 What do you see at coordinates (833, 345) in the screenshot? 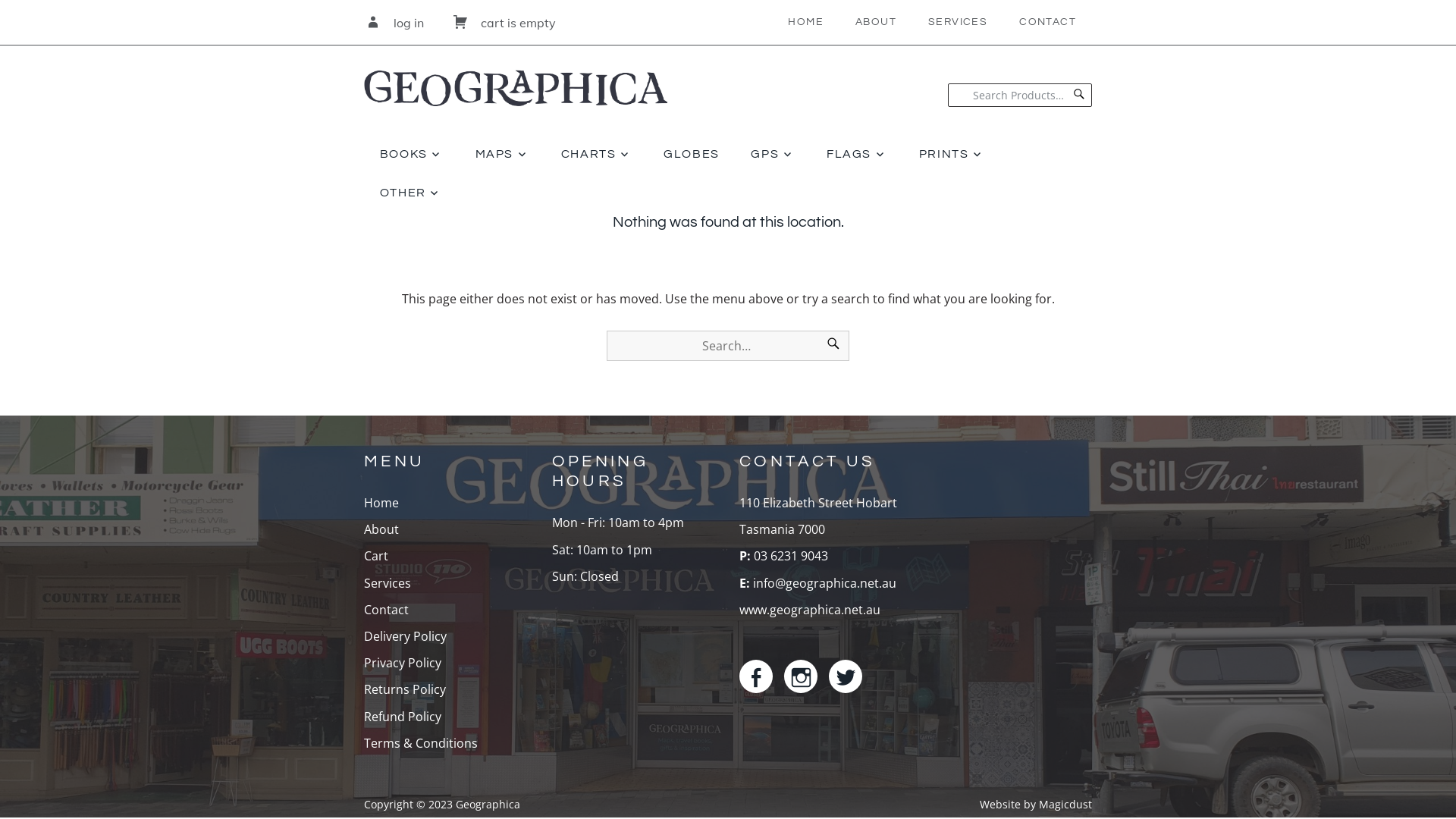
I see `'Search'` at bounding box center [833, 345].